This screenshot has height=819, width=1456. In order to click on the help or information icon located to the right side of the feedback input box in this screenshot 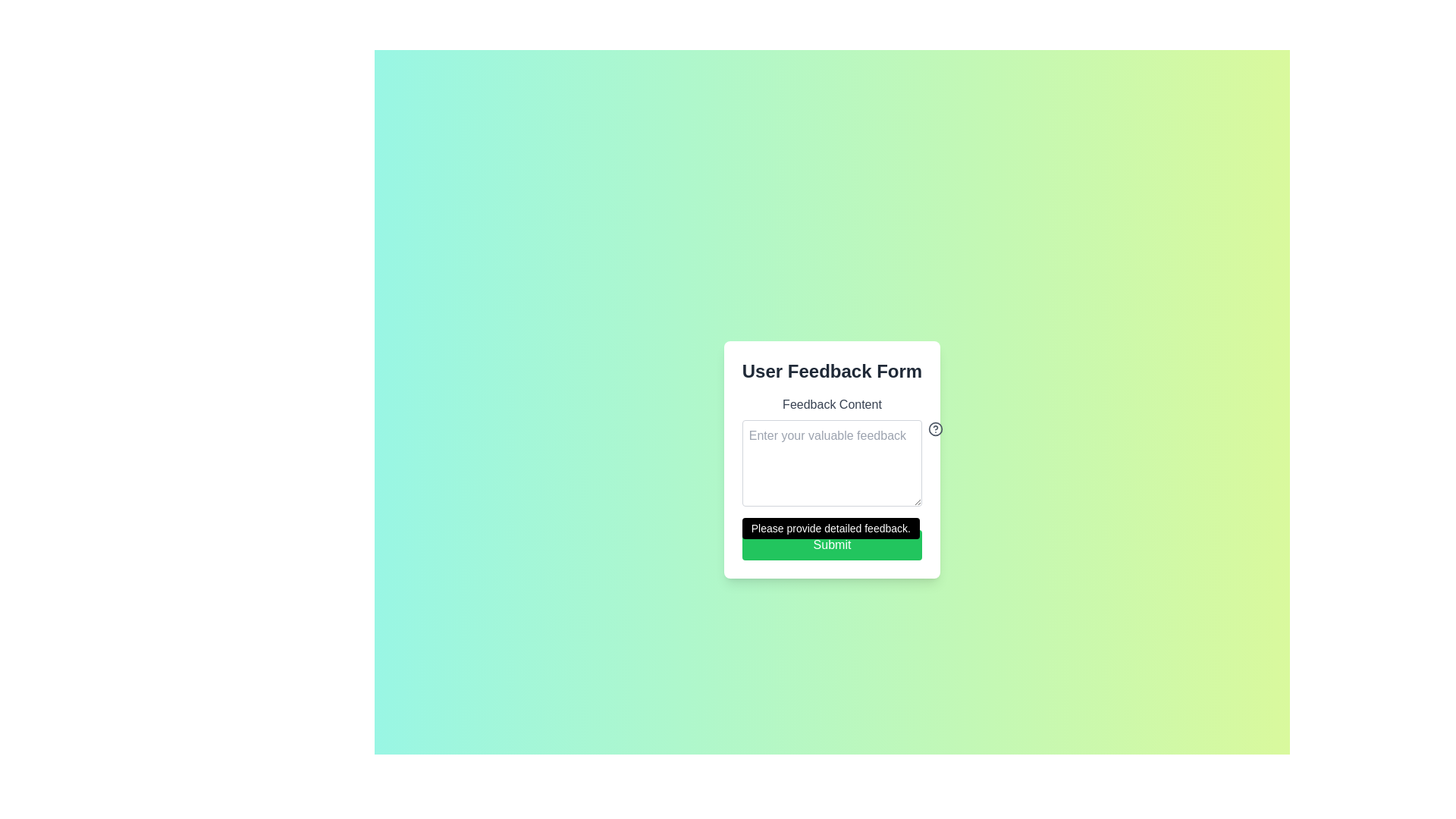, I will do `click(935, 429)`.